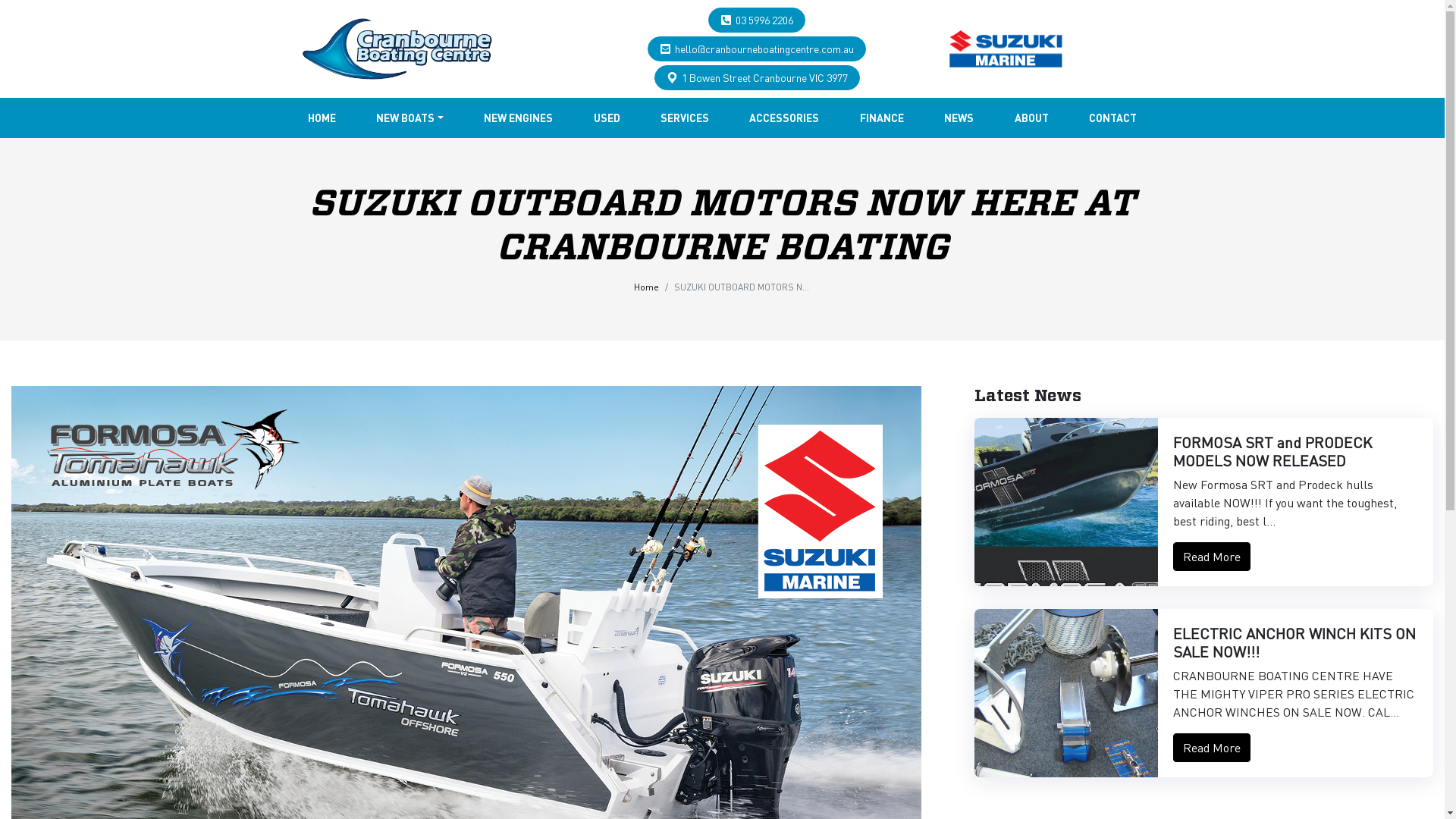 The image size is (1456, 819). I want to click on 'Read More', so click(1211, 556).